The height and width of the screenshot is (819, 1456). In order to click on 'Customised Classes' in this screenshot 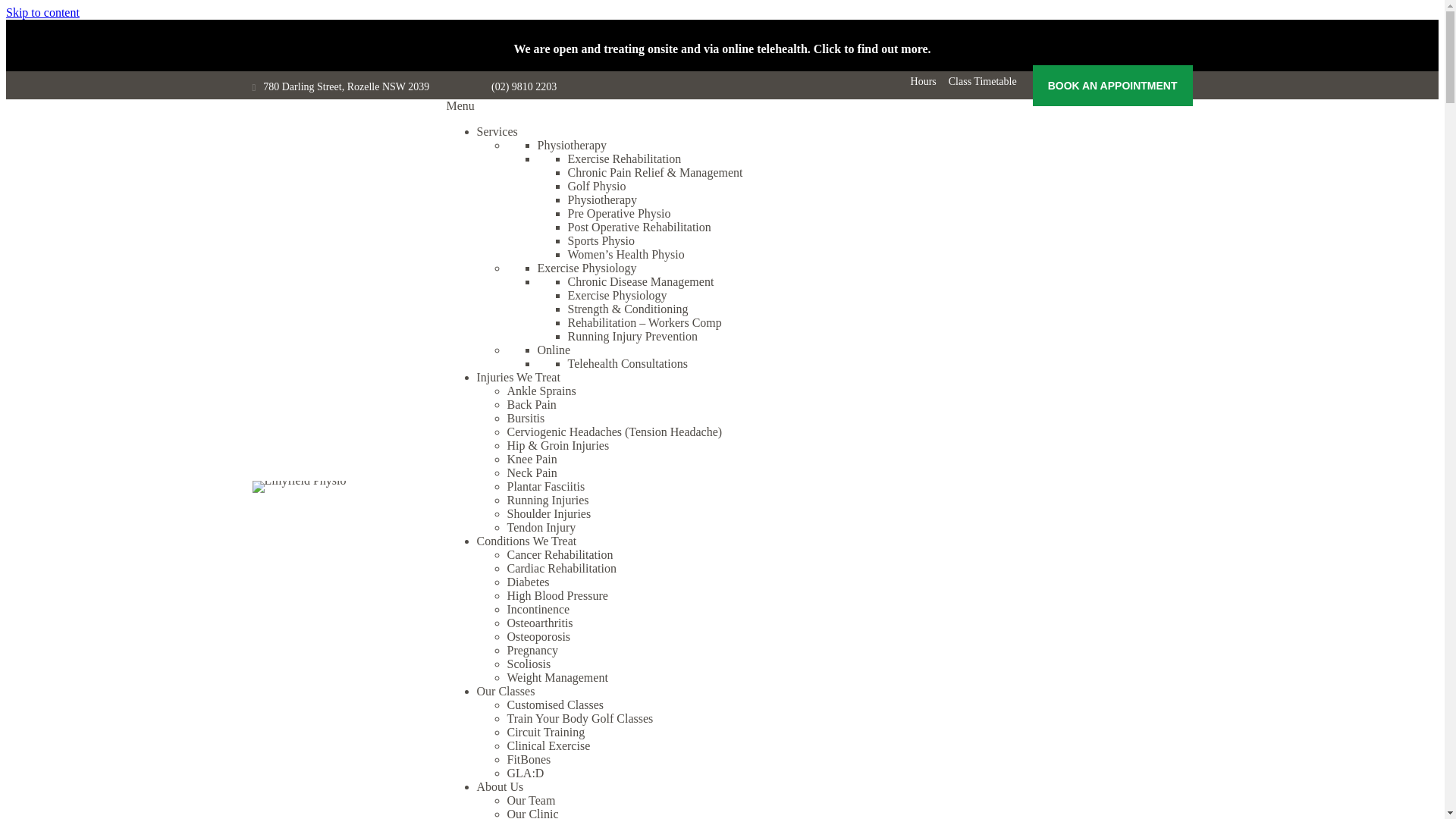, I will do `click(554, 704)`.